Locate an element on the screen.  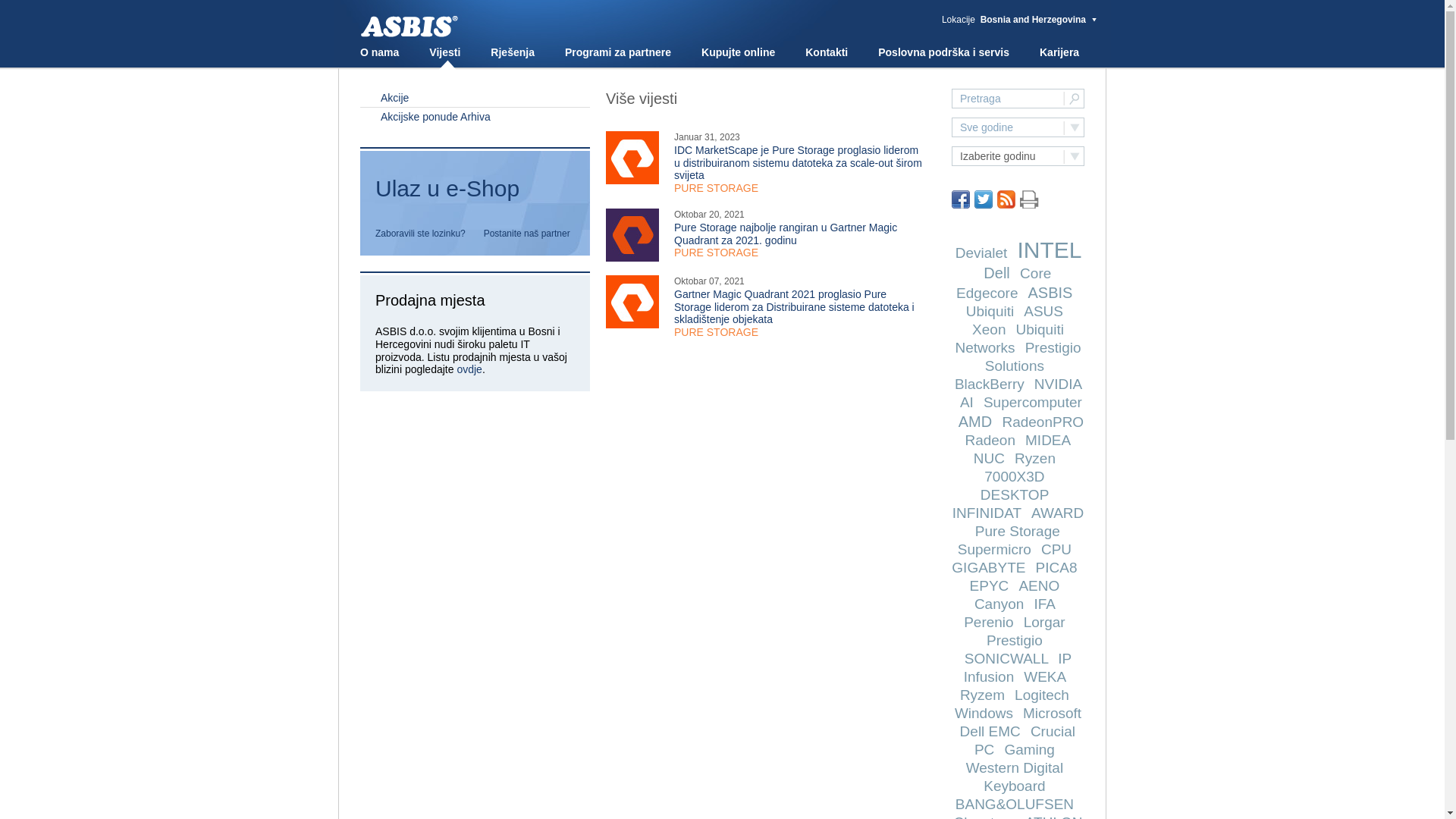
'Akcije' is located at coordinates (474, 97).